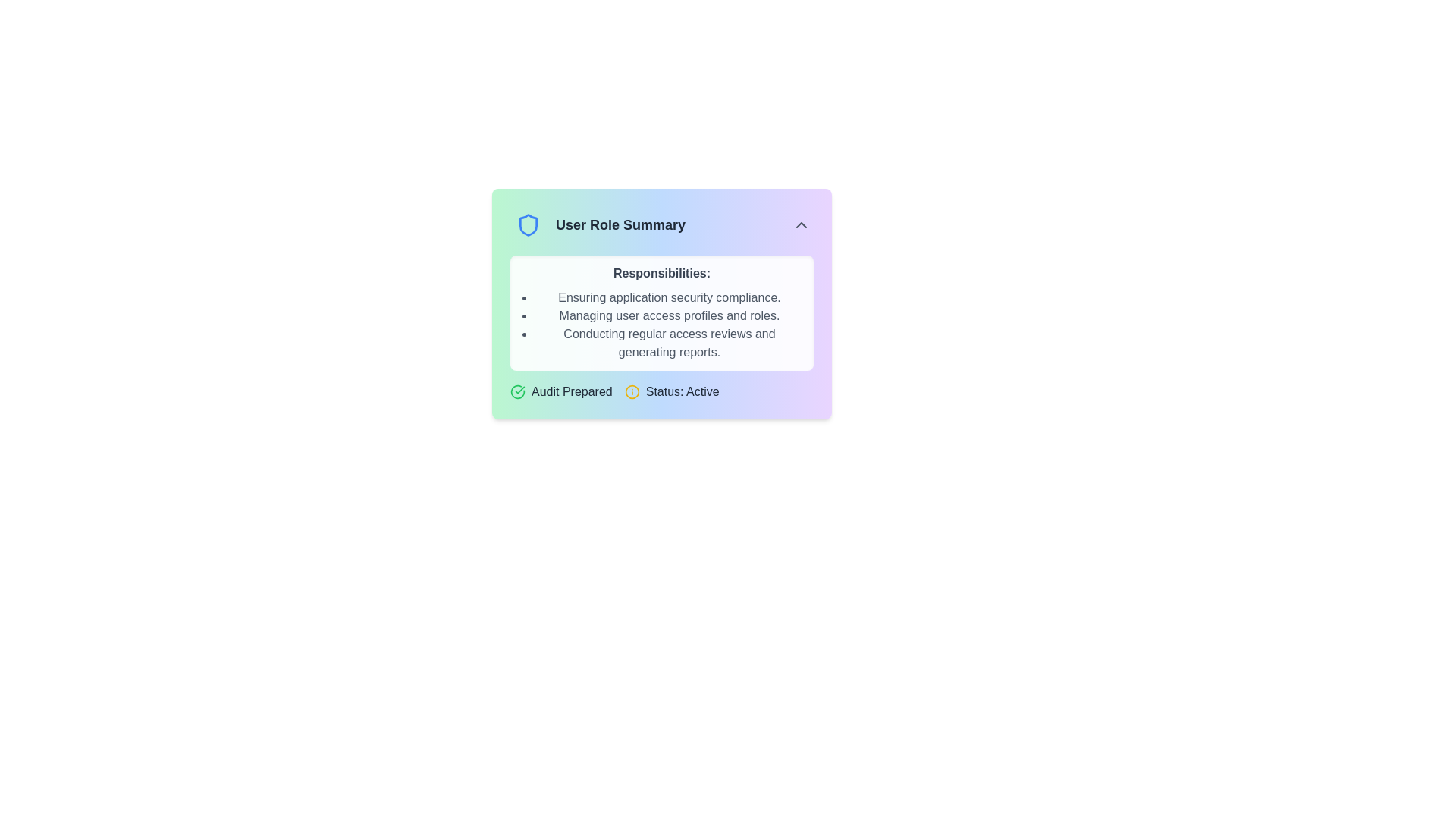 This screenshot has width=1456, height=819. I want to click on the circular element of the 'Audit Prepared' status indicator icon located in the bottom left corner of the card, so click(517, 391).